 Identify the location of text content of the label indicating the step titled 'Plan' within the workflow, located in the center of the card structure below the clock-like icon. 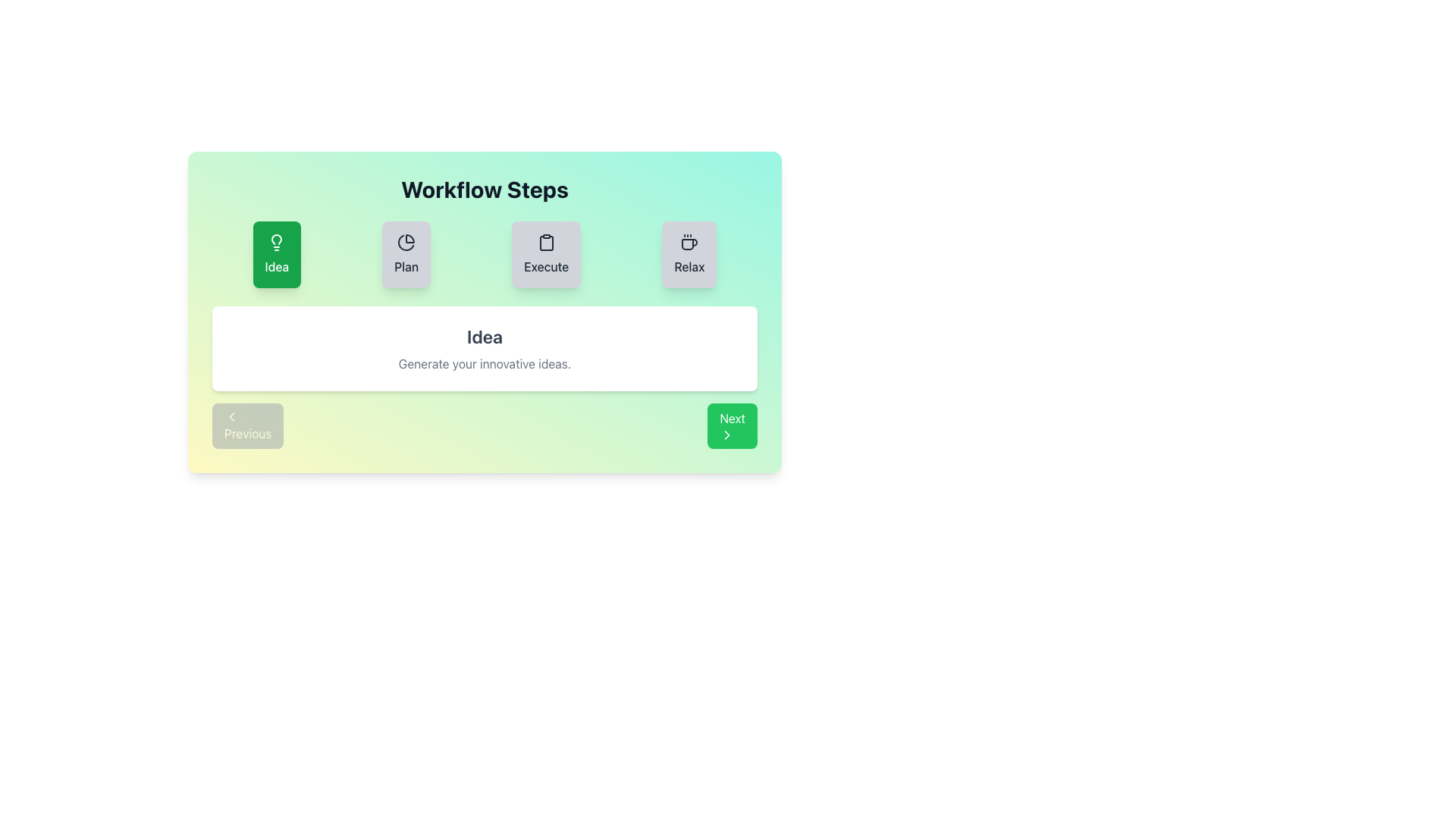
(406, 265).